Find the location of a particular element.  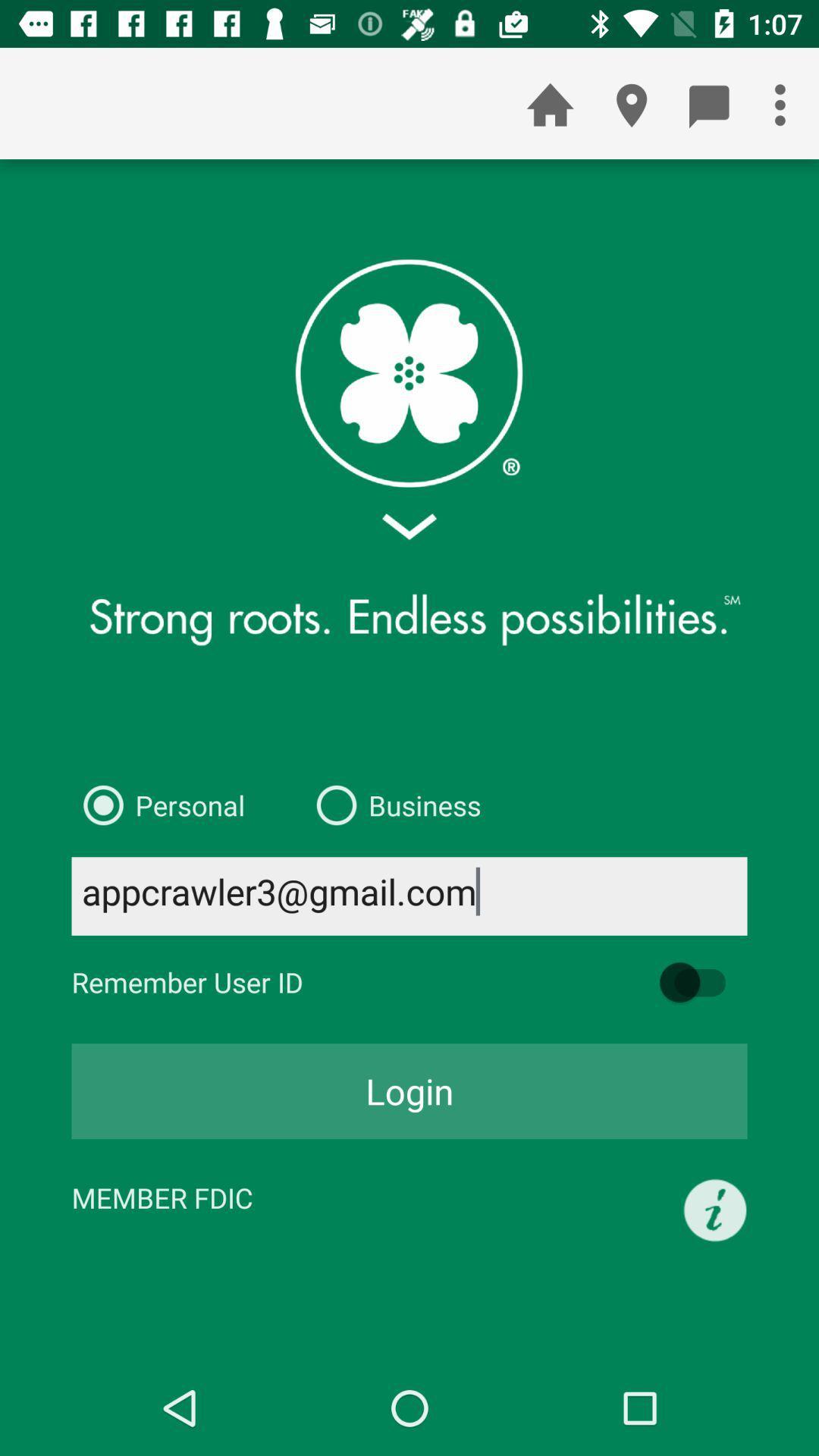

the info icon is located at coordinates (715, 1210).